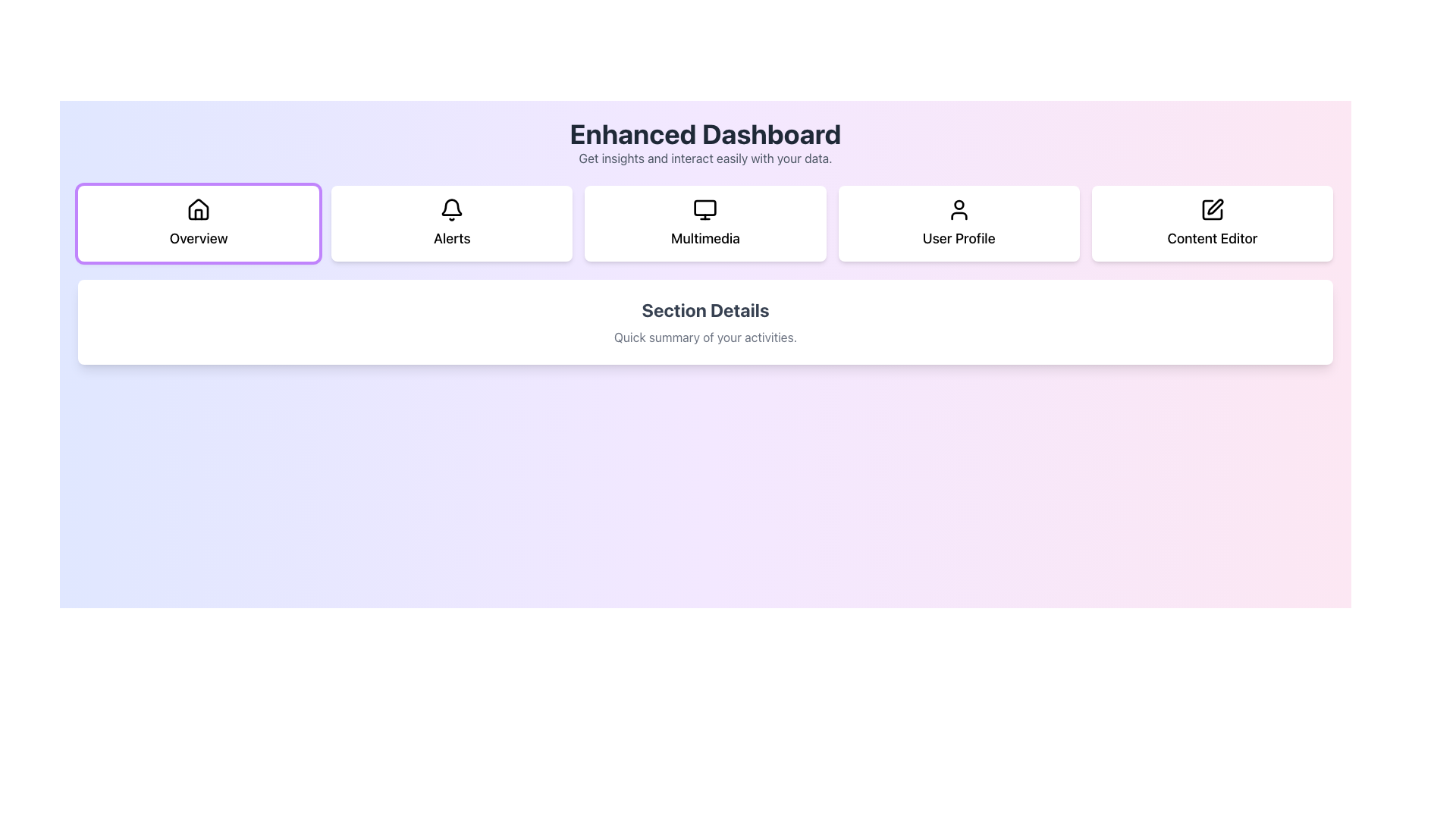 The height and width of the screenshot is (819, 1456). Describe the element at coordinates (451, 210) in the screenshot. I see `the notification icon represented by a bell, which is located in the 'Alerts' section of the interface` at that location.